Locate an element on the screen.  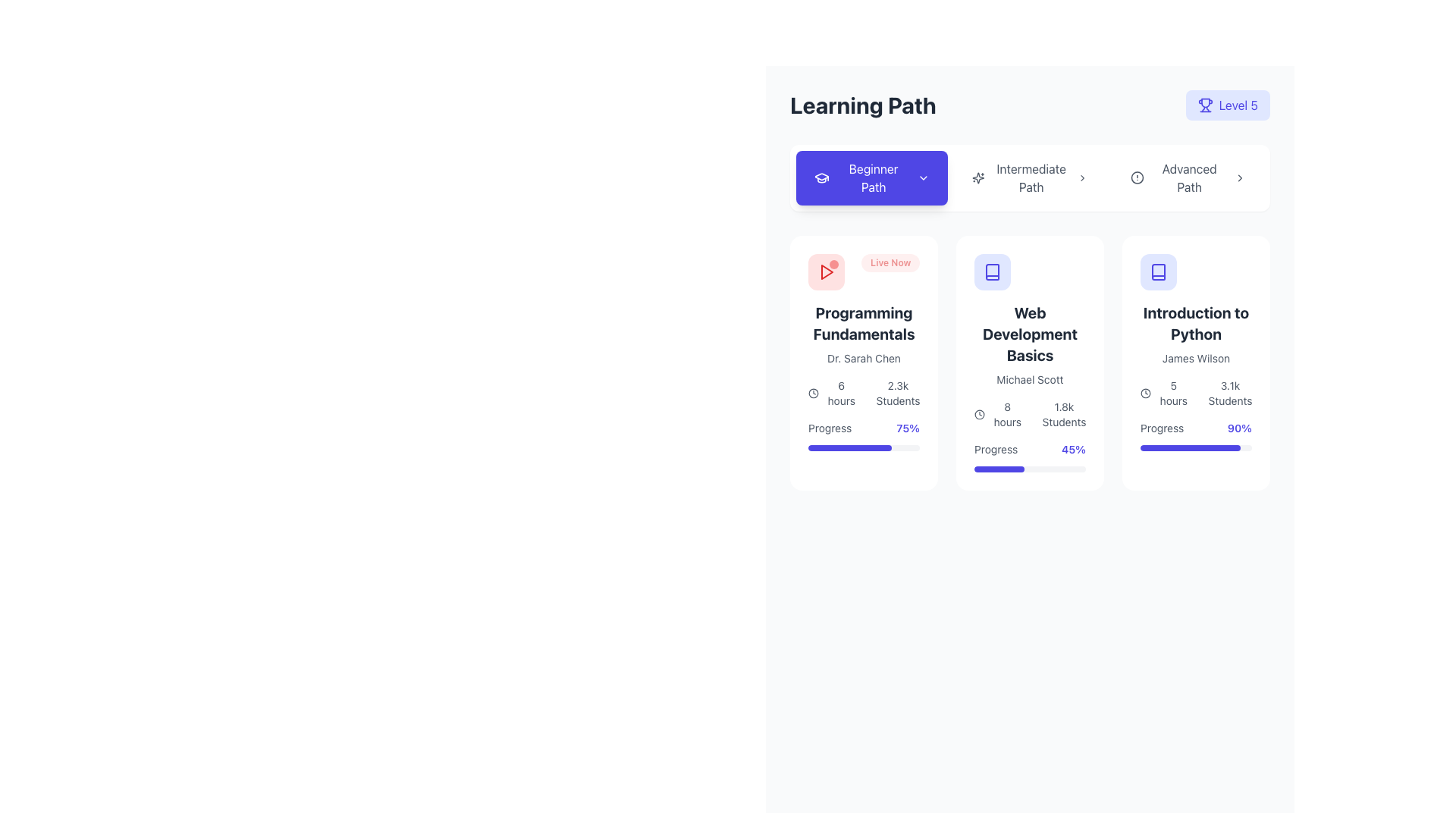
progress percentage text label for the course 'Introduction to Python', which is located at the bottom right corner of its card next to the 'Progress' label is located at coordinates (1239, 428).